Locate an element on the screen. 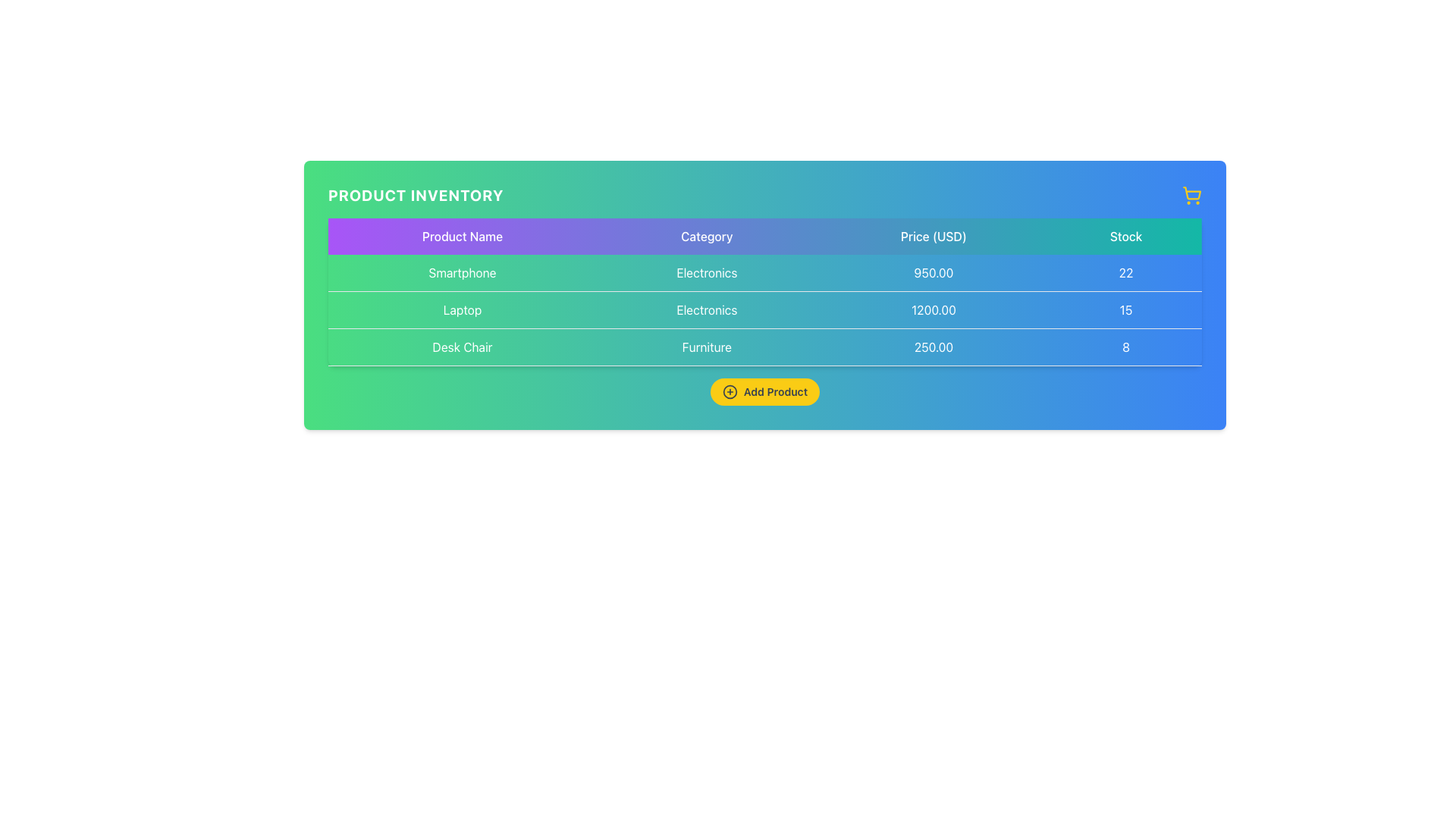 The height and width of the screenshot is (819, 1456). SVG Circle element representing the outermost circular border of a '+' icon located at the top-right corner of the interface, near a shopping cart is located at coordinates (730, 391).